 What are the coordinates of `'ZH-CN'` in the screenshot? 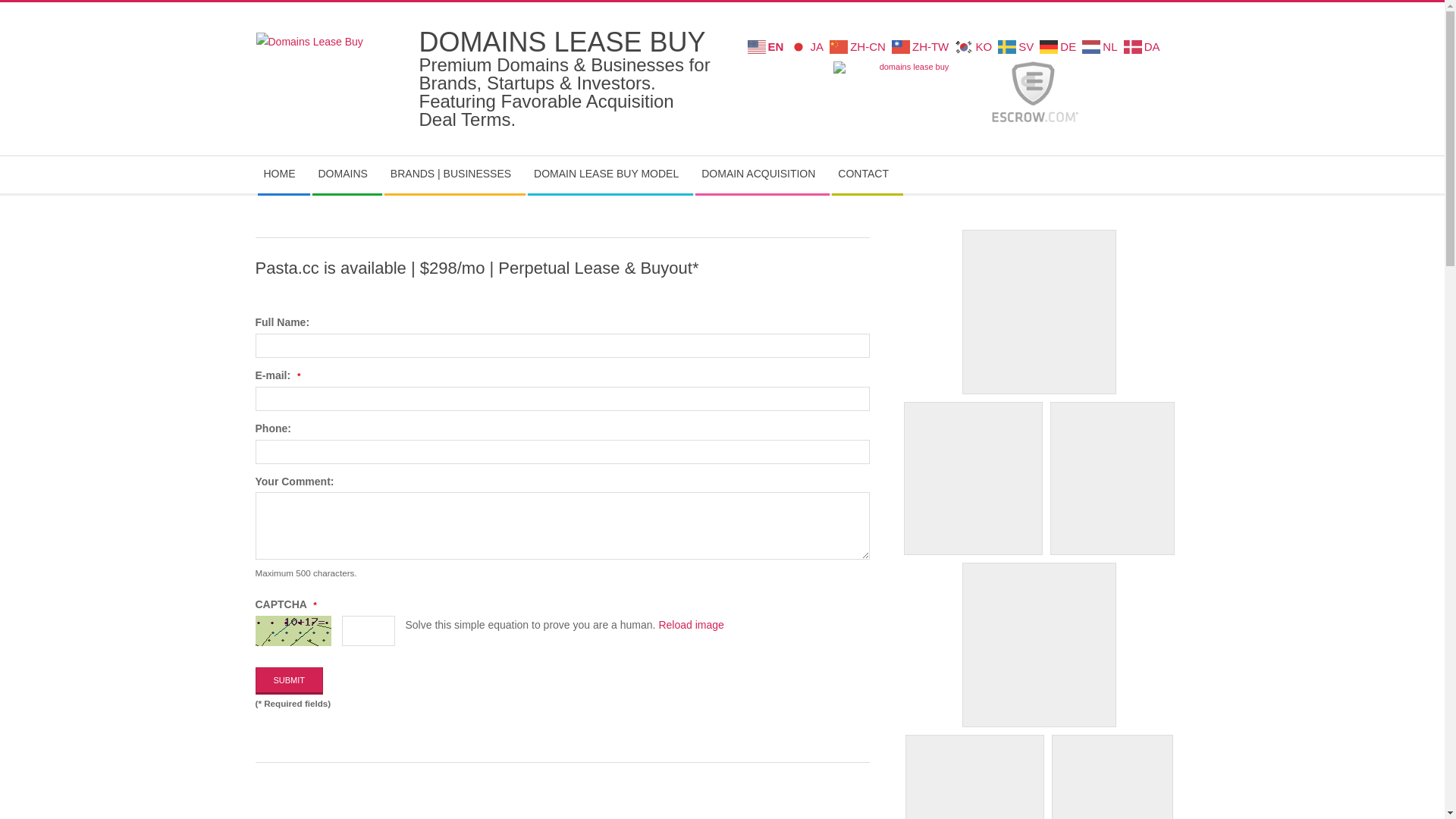 It's located at (829, 45).